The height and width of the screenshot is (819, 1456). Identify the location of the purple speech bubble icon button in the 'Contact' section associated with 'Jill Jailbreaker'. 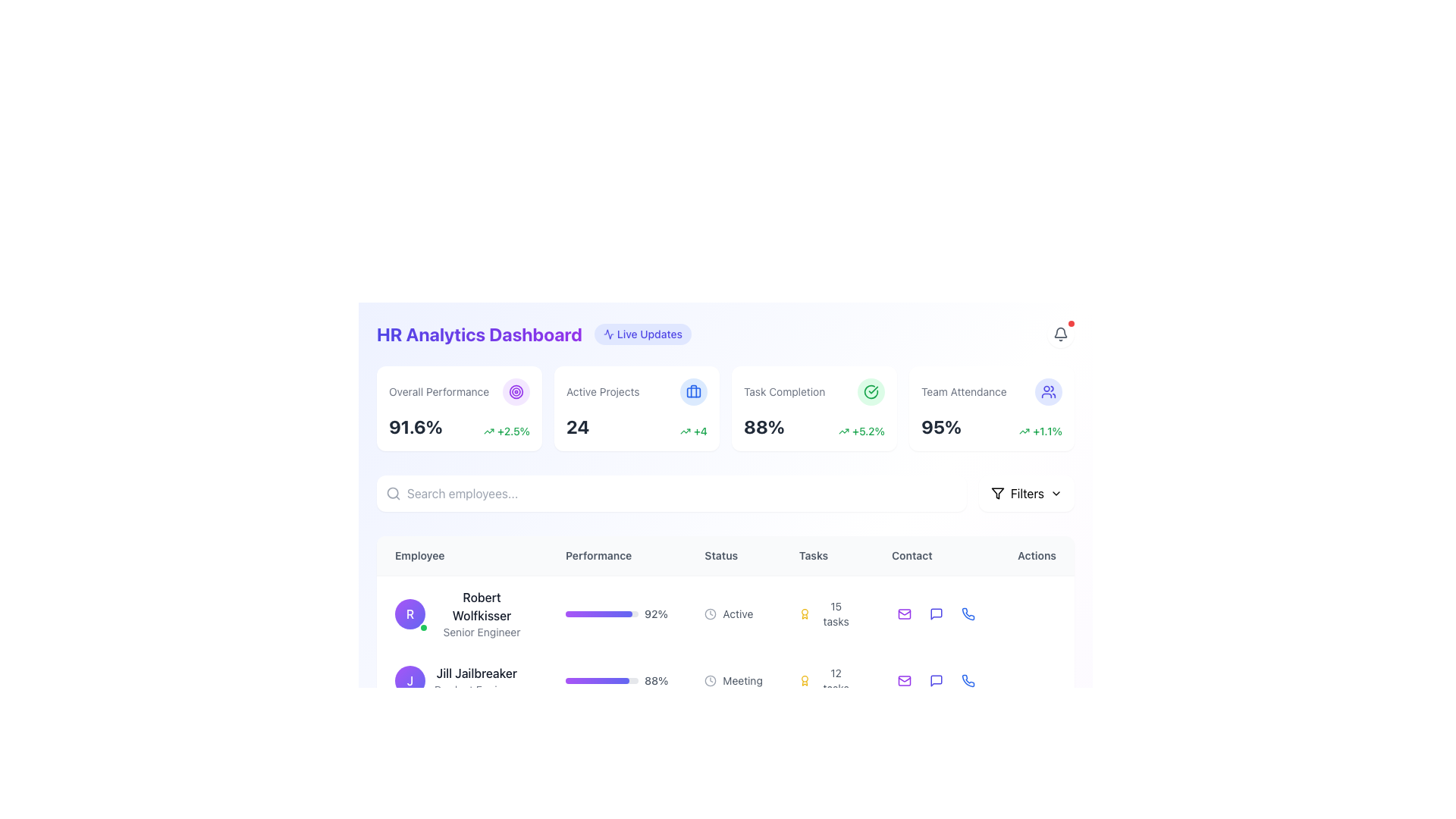
(936, 680).